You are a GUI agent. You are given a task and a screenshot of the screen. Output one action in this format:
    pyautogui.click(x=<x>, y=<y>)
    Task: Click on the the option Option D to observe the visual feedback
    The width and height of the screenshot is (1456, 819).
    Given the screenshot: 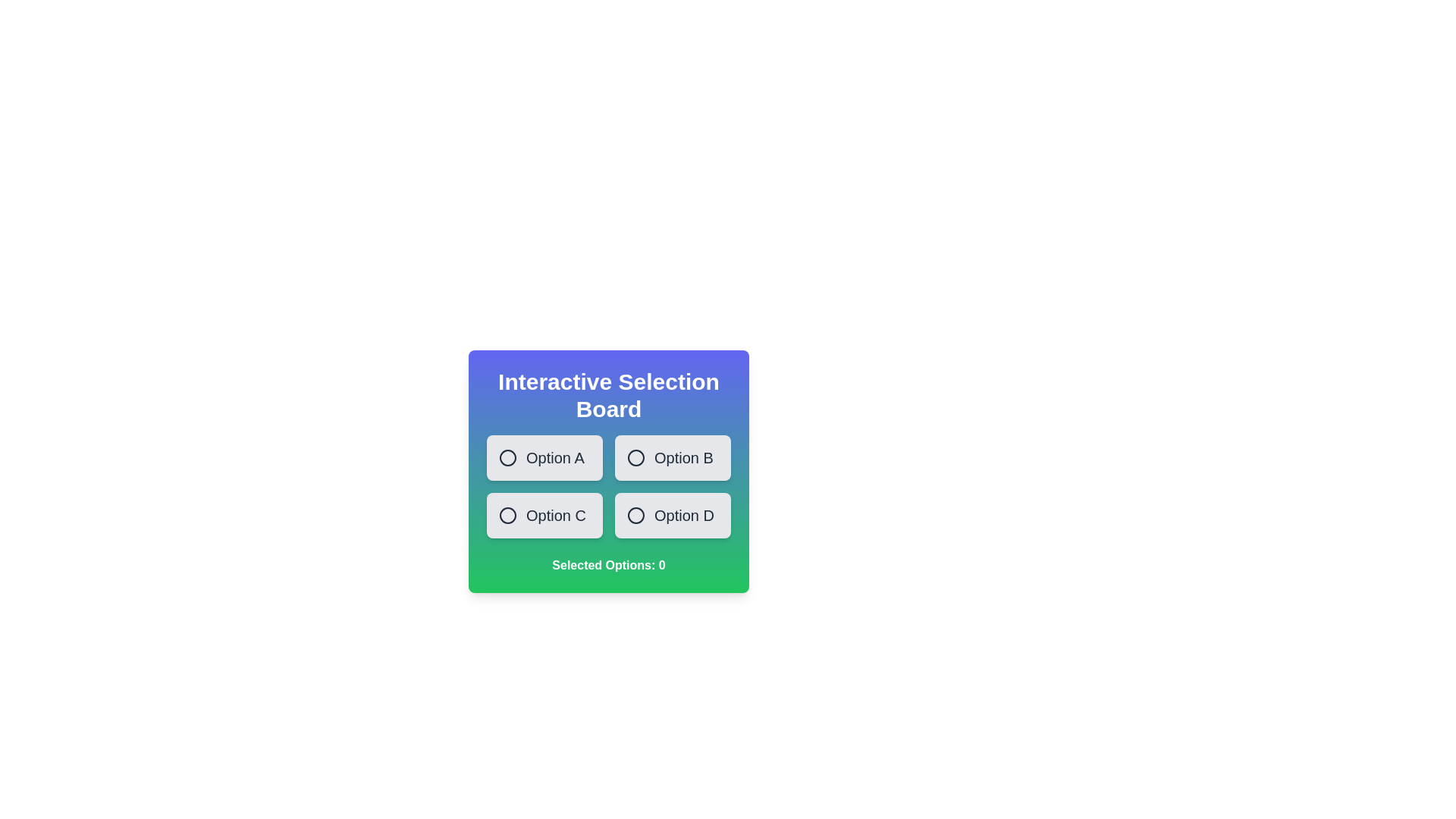 What is the action you would take?
    pyautogui.click(x=672, y=514)
    